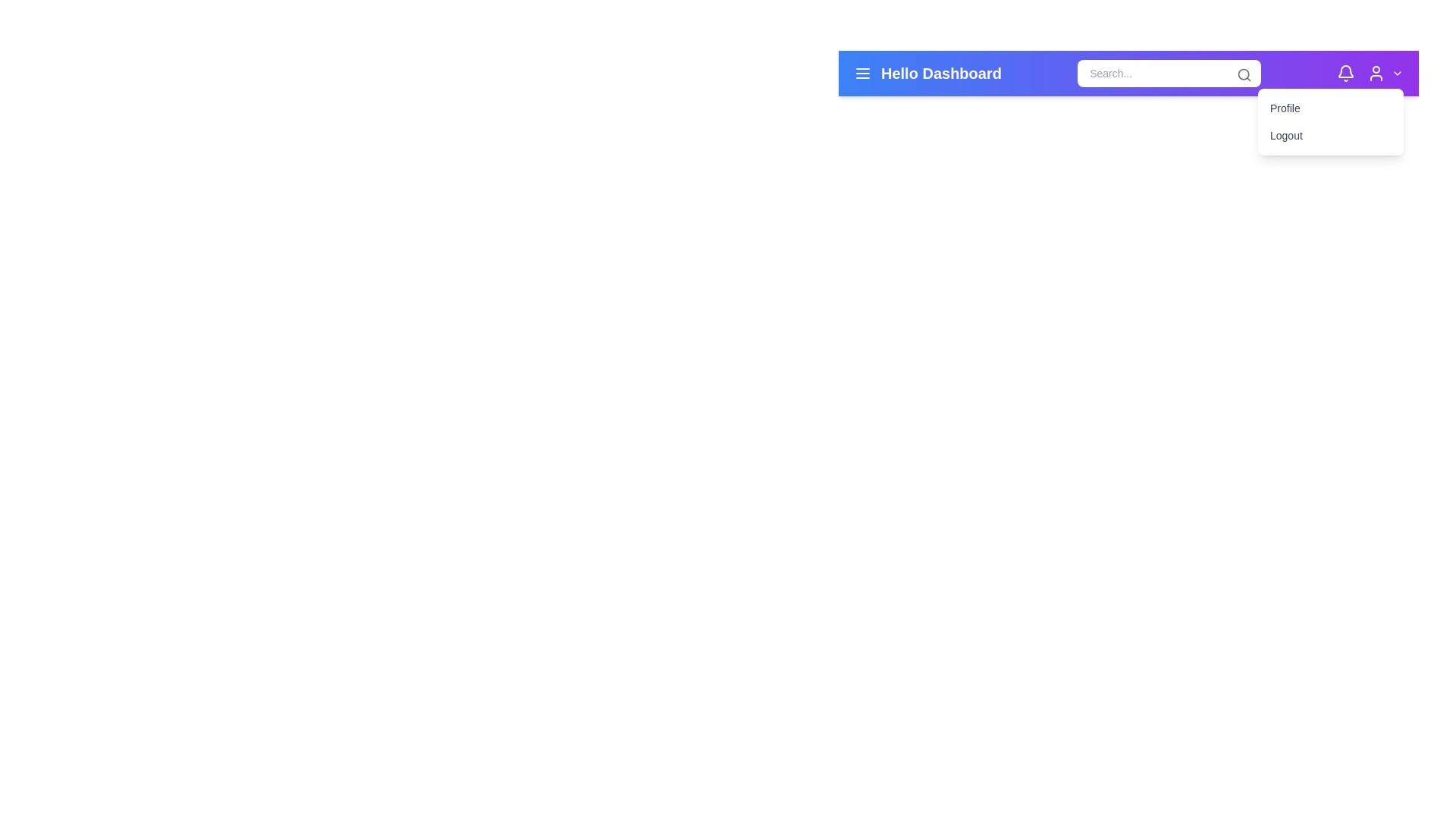 The image size is (1456, 819). What do you see at coordinates (927, 73) in the screenshot?
I see `the static text label displaying 'Hello Dashboard' in bold white font on a vibrant blue background located at the top-left corner of the navigation bar` at bounding box center [927, 73].